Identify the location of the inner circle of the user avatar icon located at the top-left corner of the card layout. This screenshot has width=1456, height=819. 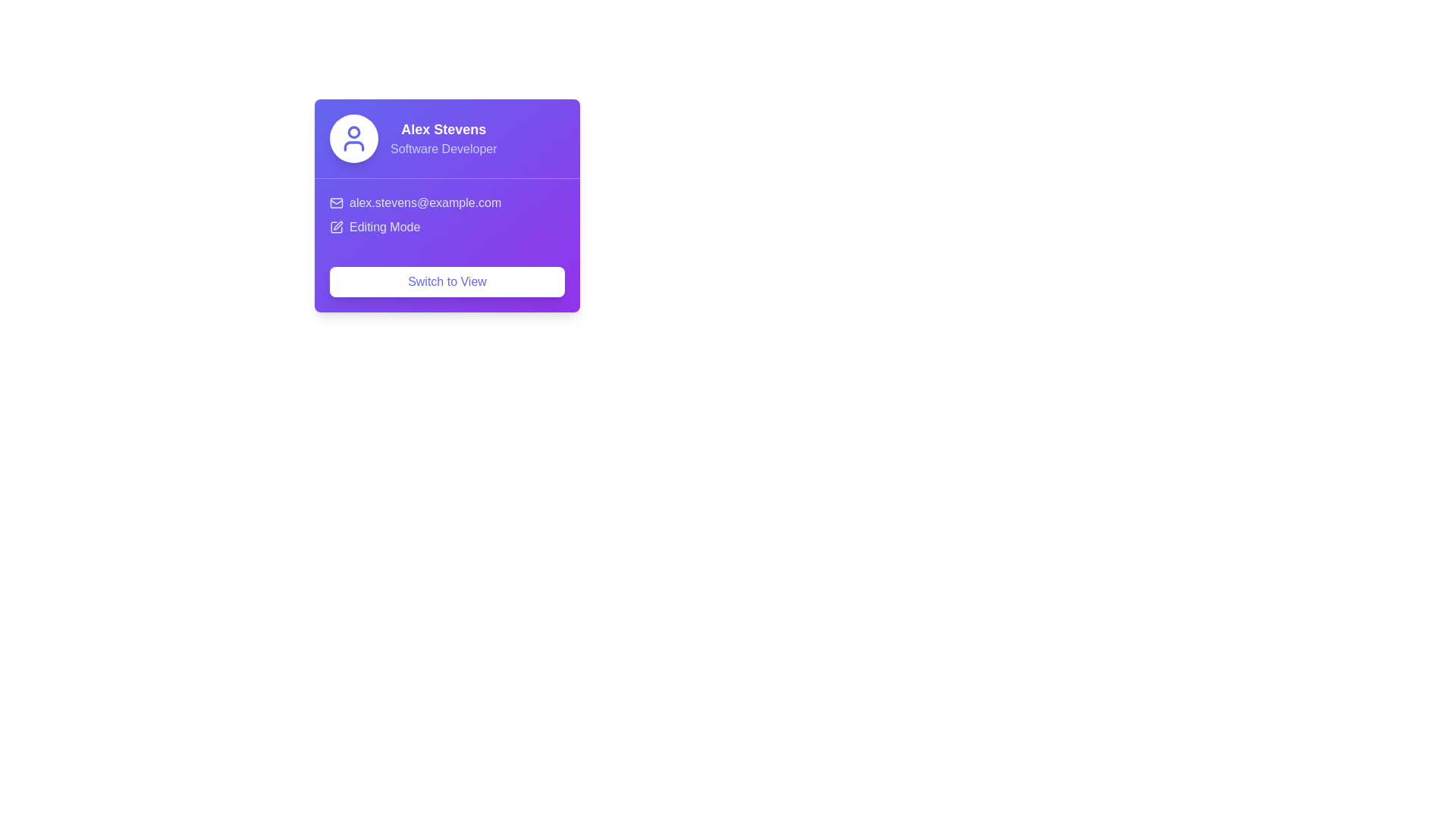
(353, 130).